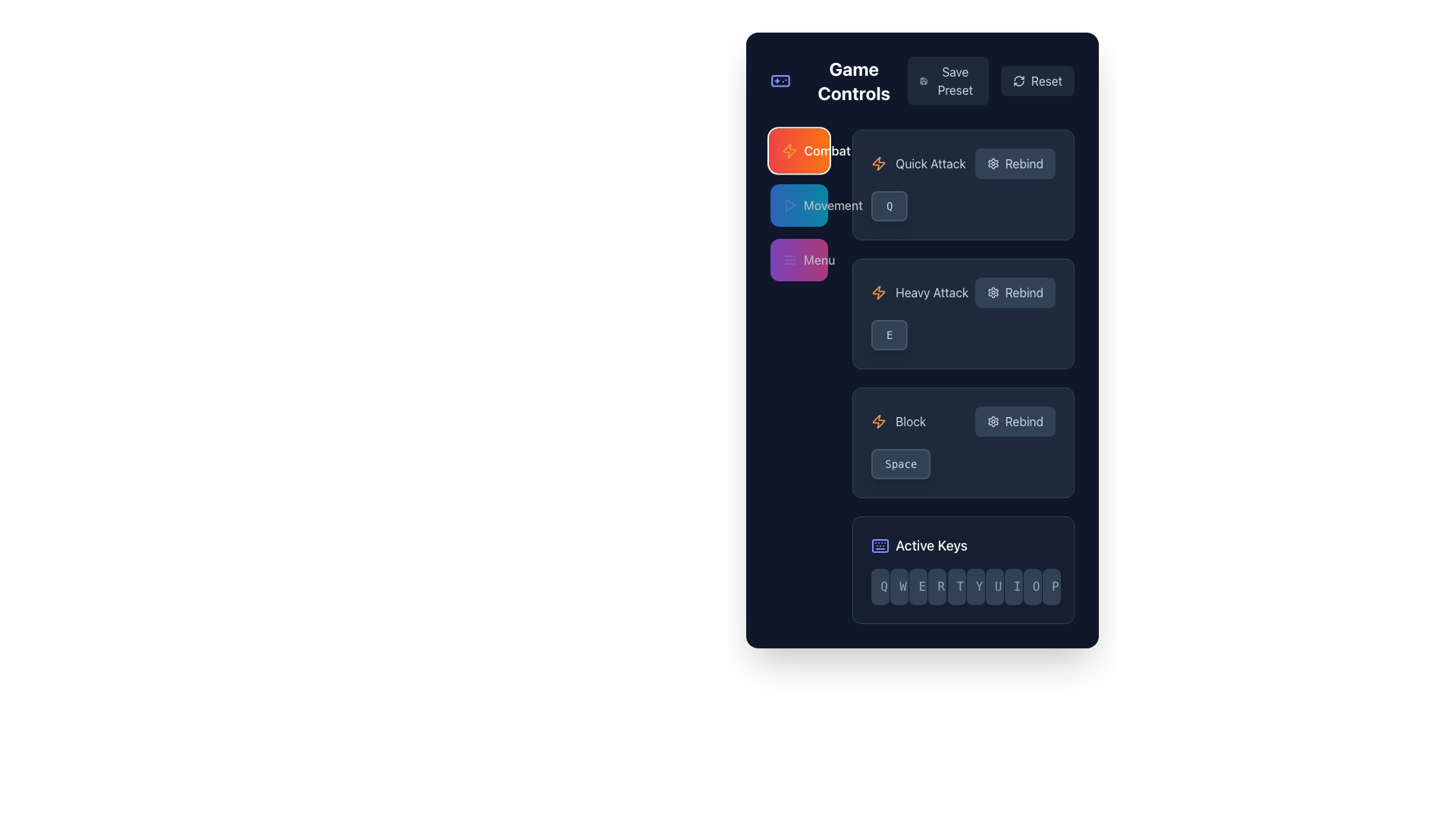 The height and width of the screenshot is (819, 1456). What do you see at coordinates (1031, 586) in the screenshot?
I see `the rectangular button with rounded corners containing the letter 'O', which is part of the 'Active Keys' section in the horizontal keyboard layout` at bounding box center [1031, 586].